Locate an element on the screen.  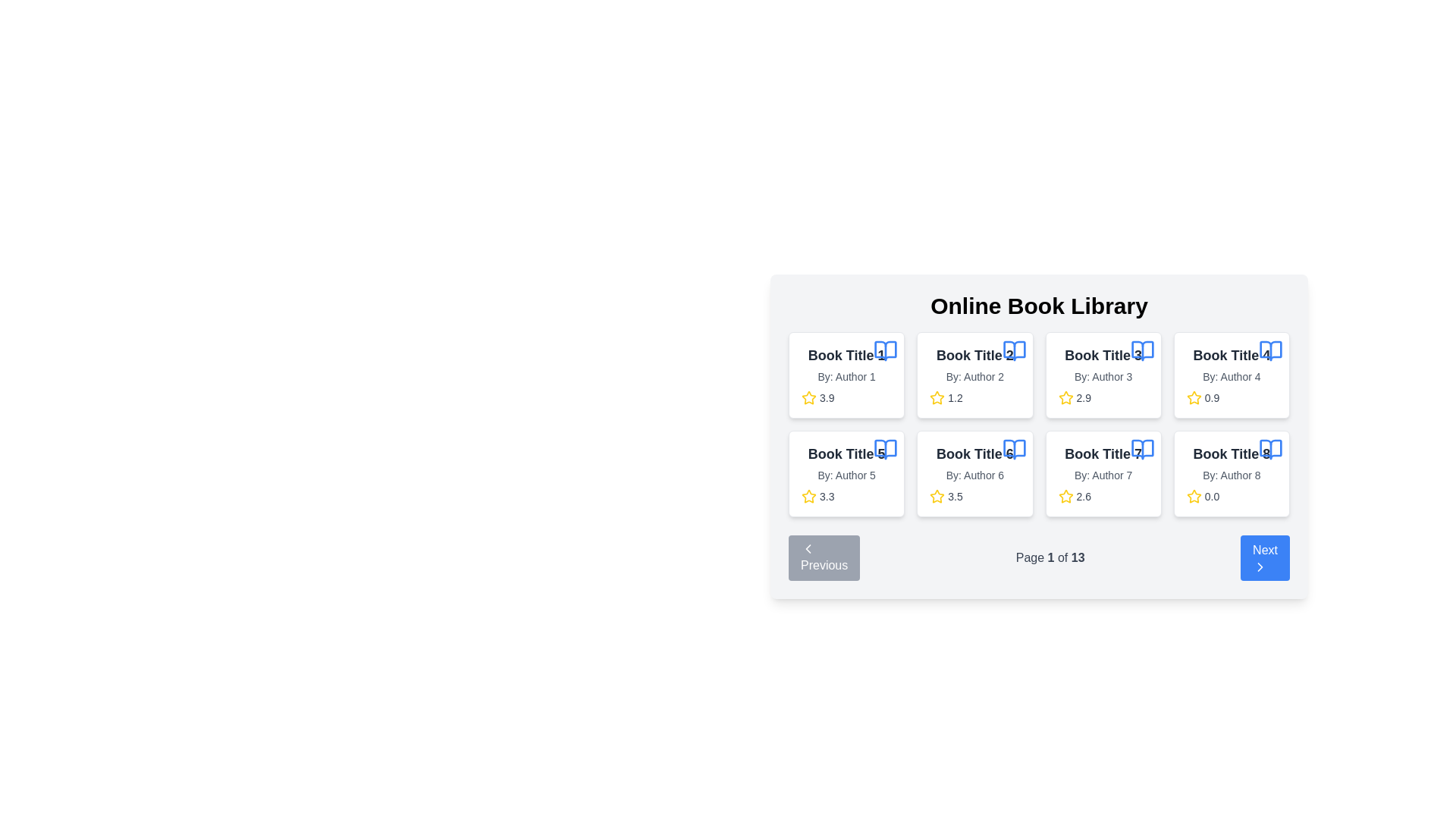
the SVG chevron icon pointing left, which is centrally aligned within the 'Previous' button located at the bottom-left of the paging controls is located at coordinates (807, 549).